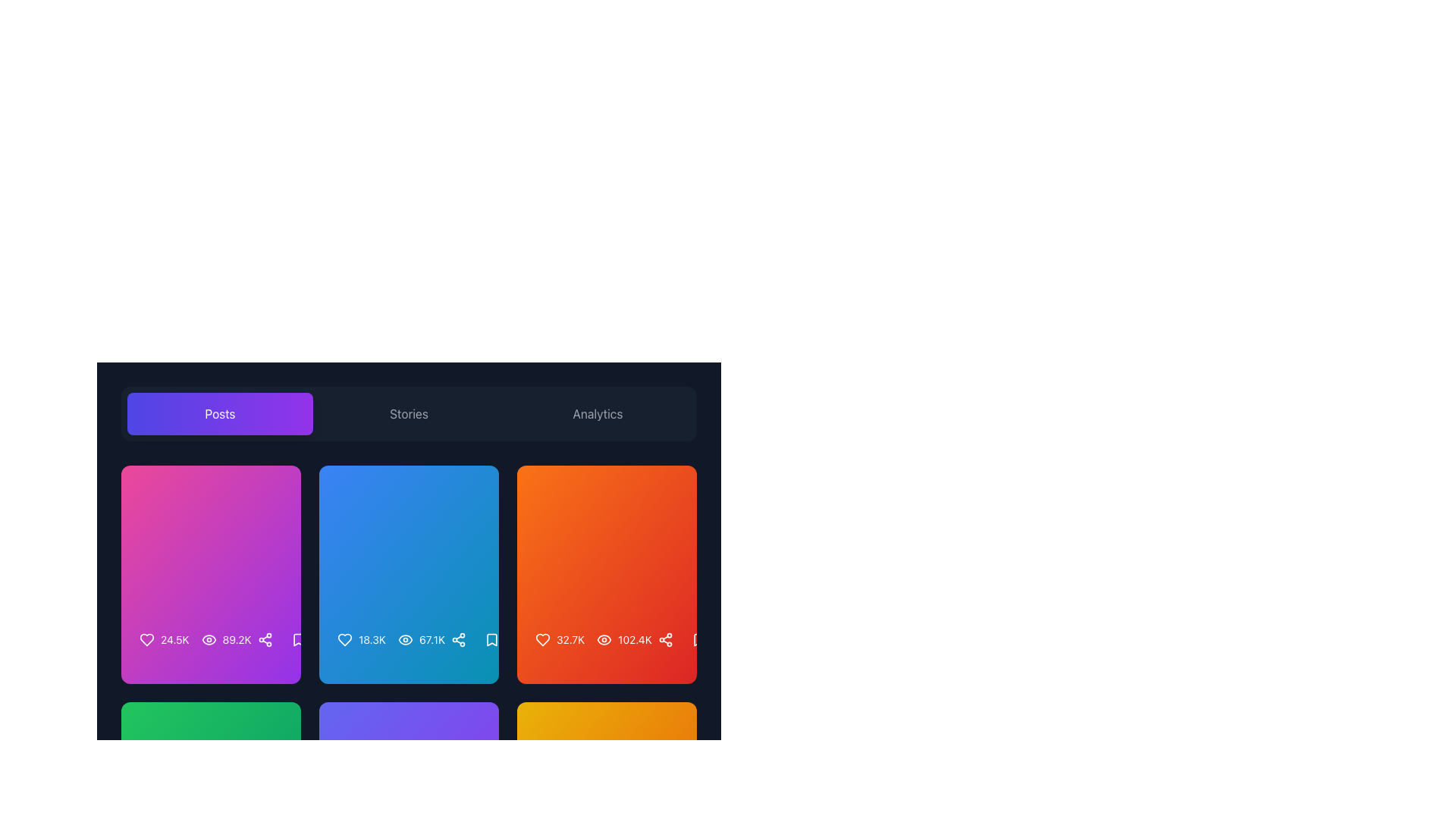 This screenshot has width=1456, height=819. What do you see at coordinates (491, 640) in the screenshot?
I see `the bookmark SVG icon located in the bottom-right corner of the third card element from the left in the second row of the grid` at bounding box center [491, 640].